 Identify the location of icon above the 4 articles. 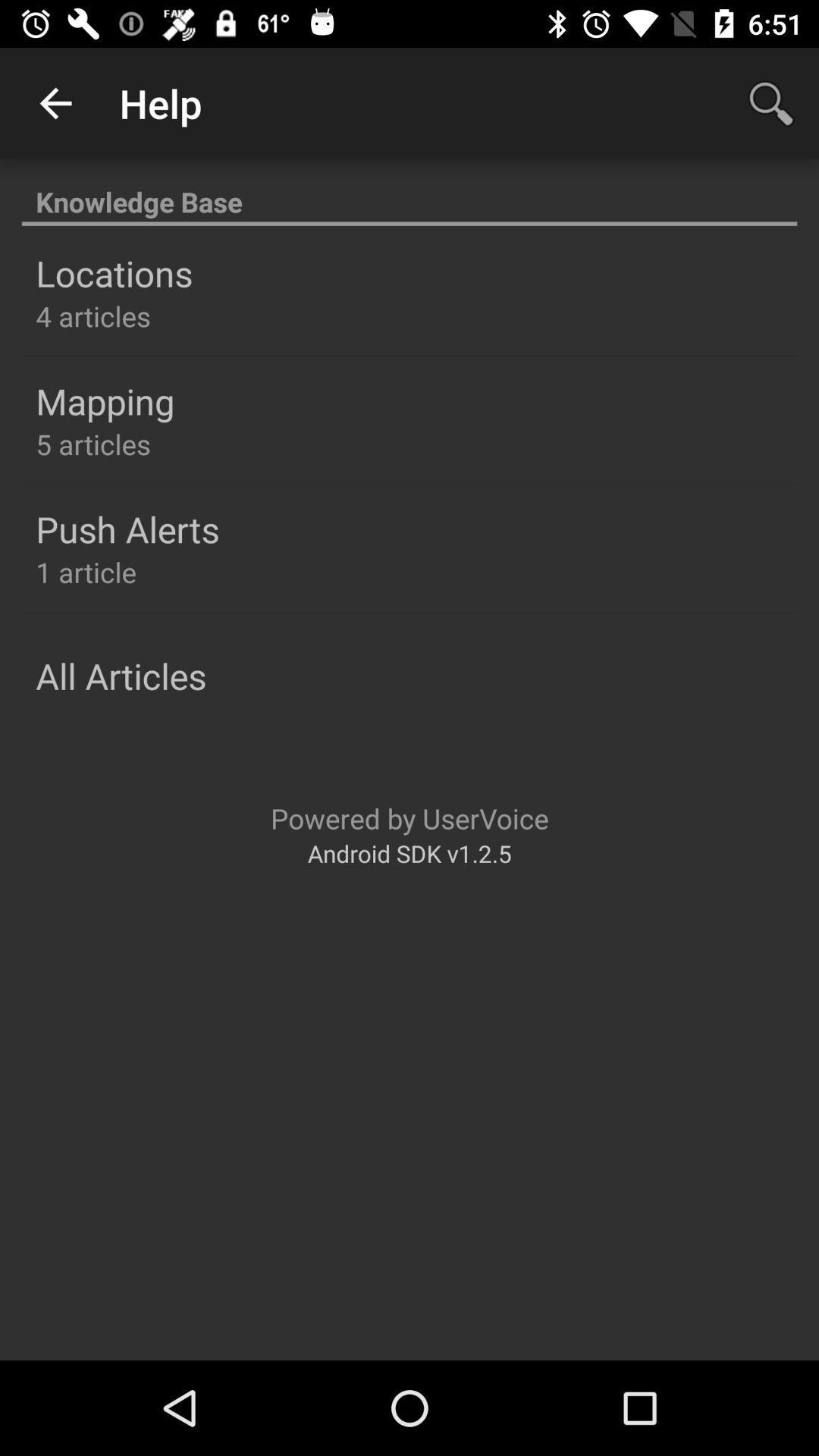
(113, 273).